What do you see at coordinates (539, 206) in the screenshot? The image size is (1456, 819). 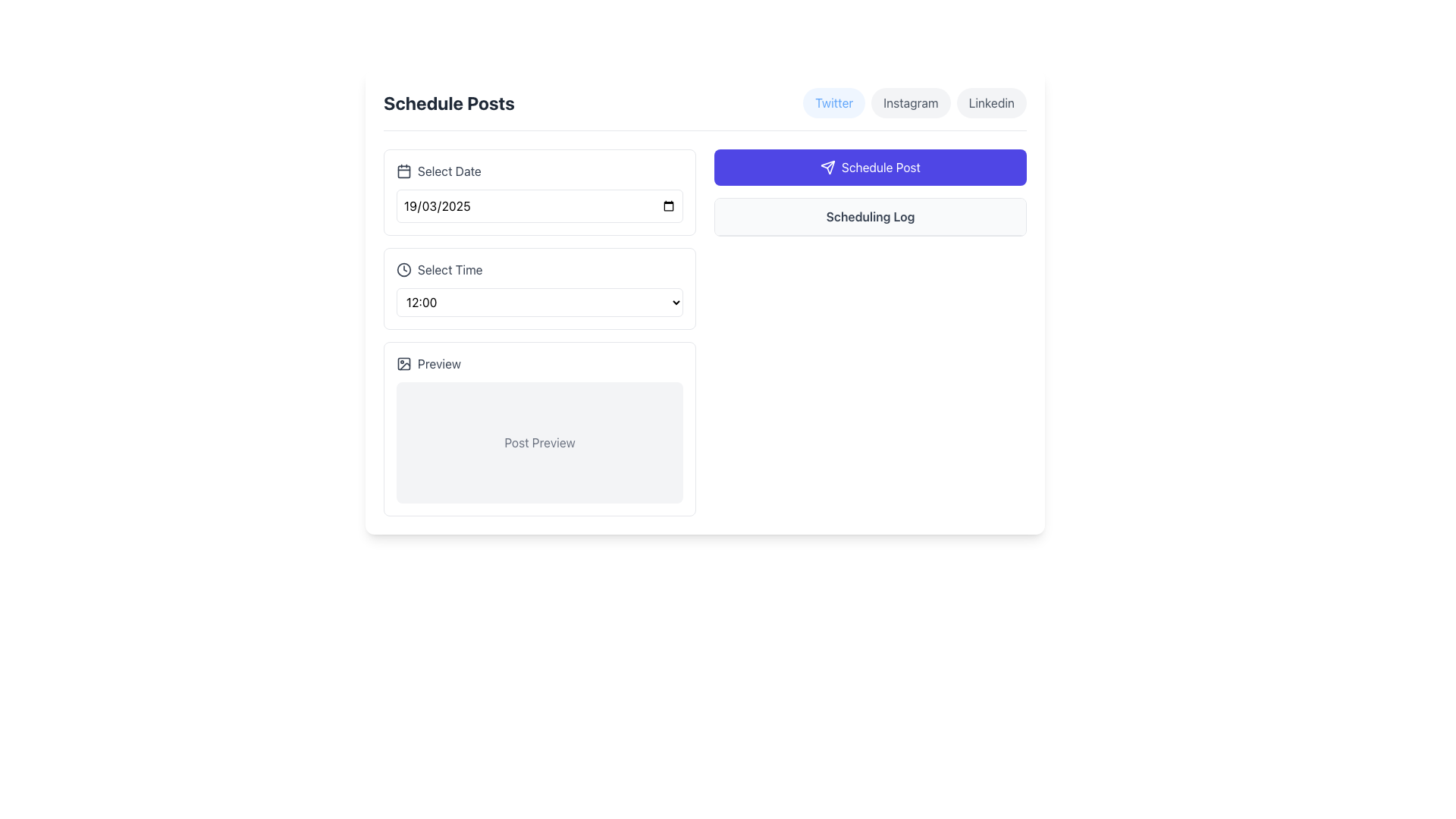 I see `the date input field located under the 'Select Date' section, which currently displays '19/03/2025'` at bounding box center [539, 206].